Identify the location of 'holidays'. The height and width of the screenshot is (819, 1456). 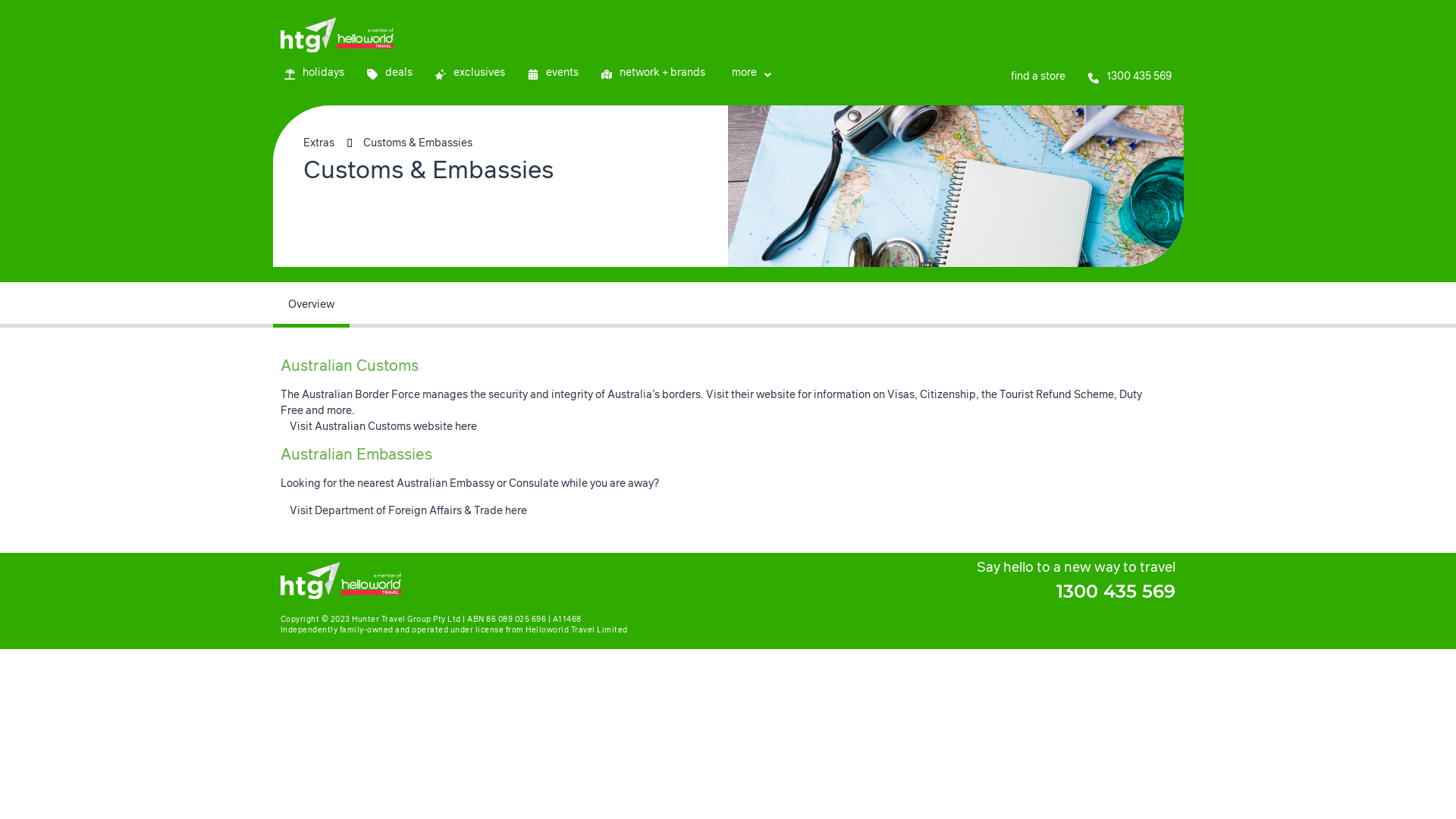
(273, 74).